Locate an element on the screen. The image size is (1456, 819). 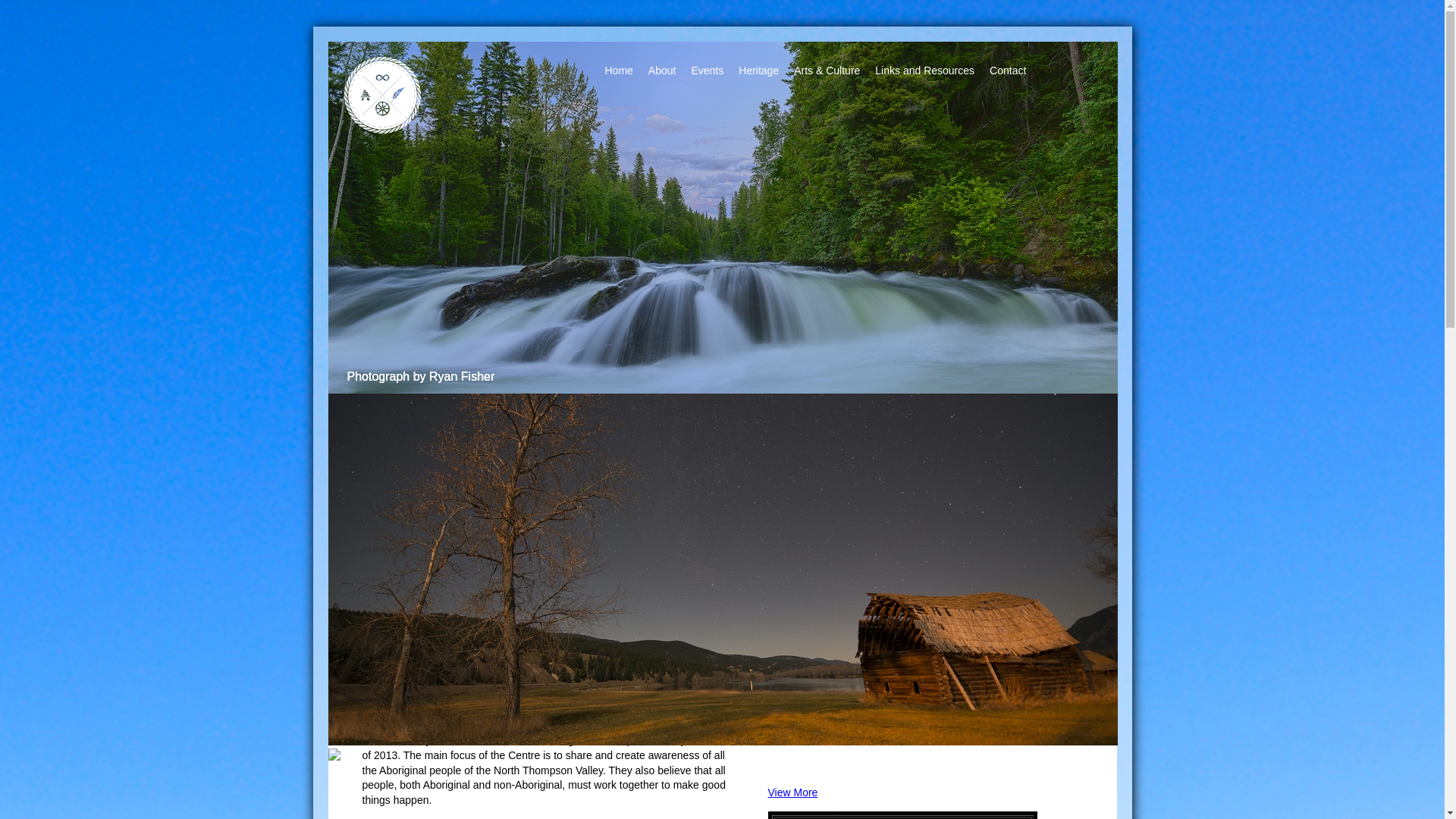
'Home' is located at coordinates (619, 71).